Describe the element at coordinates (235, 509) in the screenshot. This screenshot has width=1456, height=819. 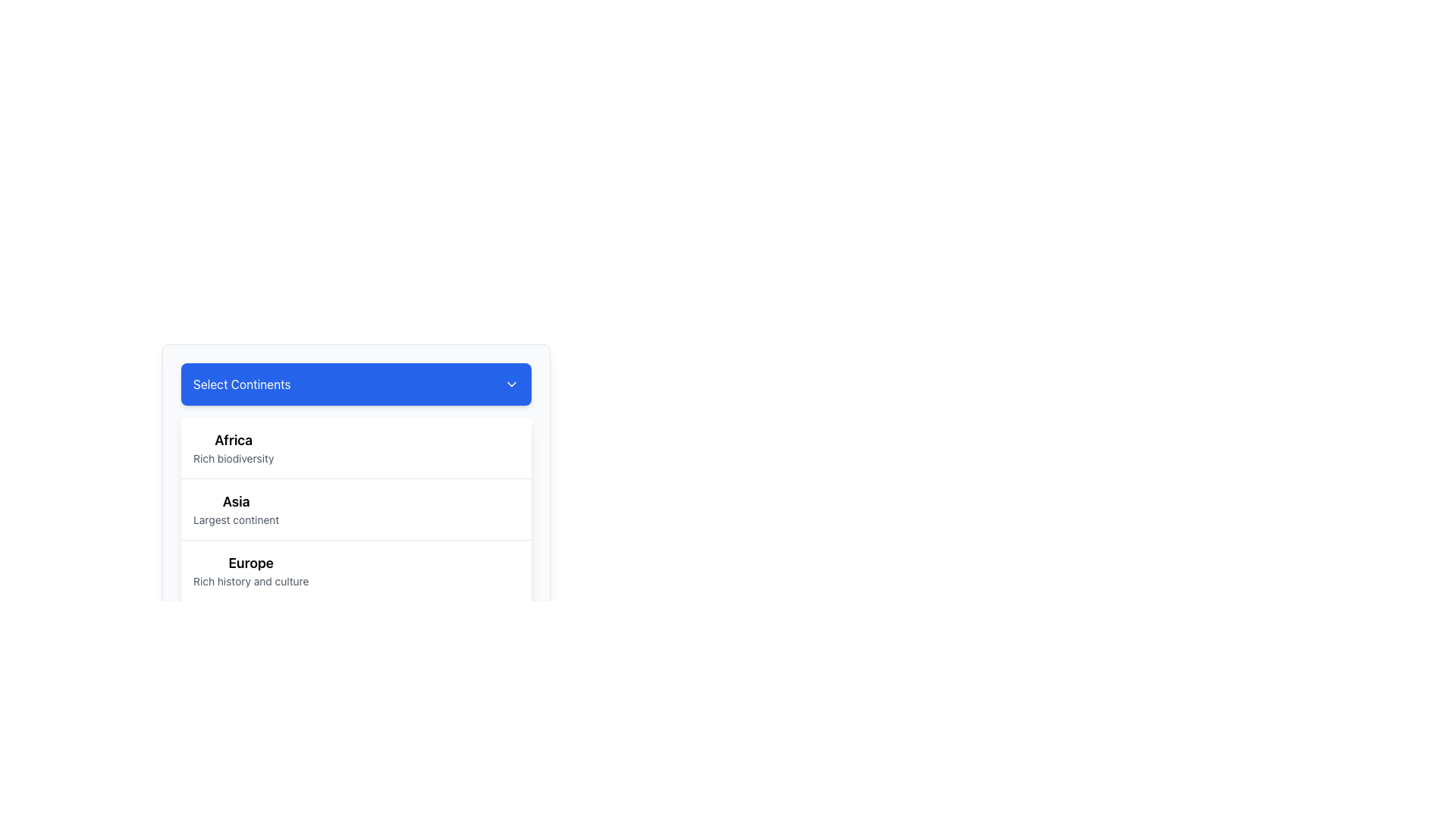
I see `the 'Asia' text option in the dropdown list` at that location.